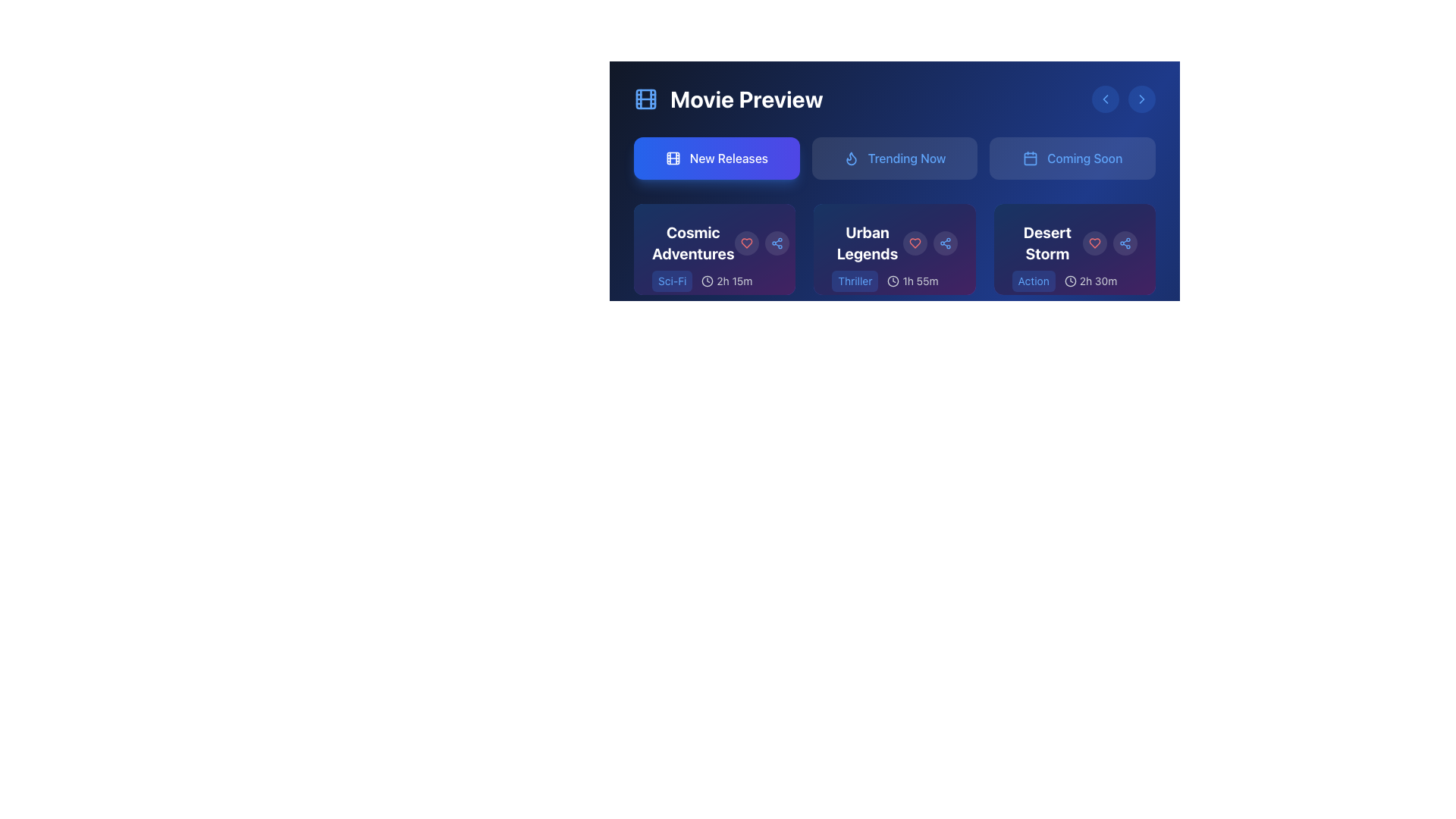 Image resolution: width=1456 pixels, height=819 pixels. Describe the element at coordinates (944, 242) in the screenshot. I see `the 'Share' button located immediately to the right of the heart-shaped button in the 'Urban Legends' movie card` at that location.